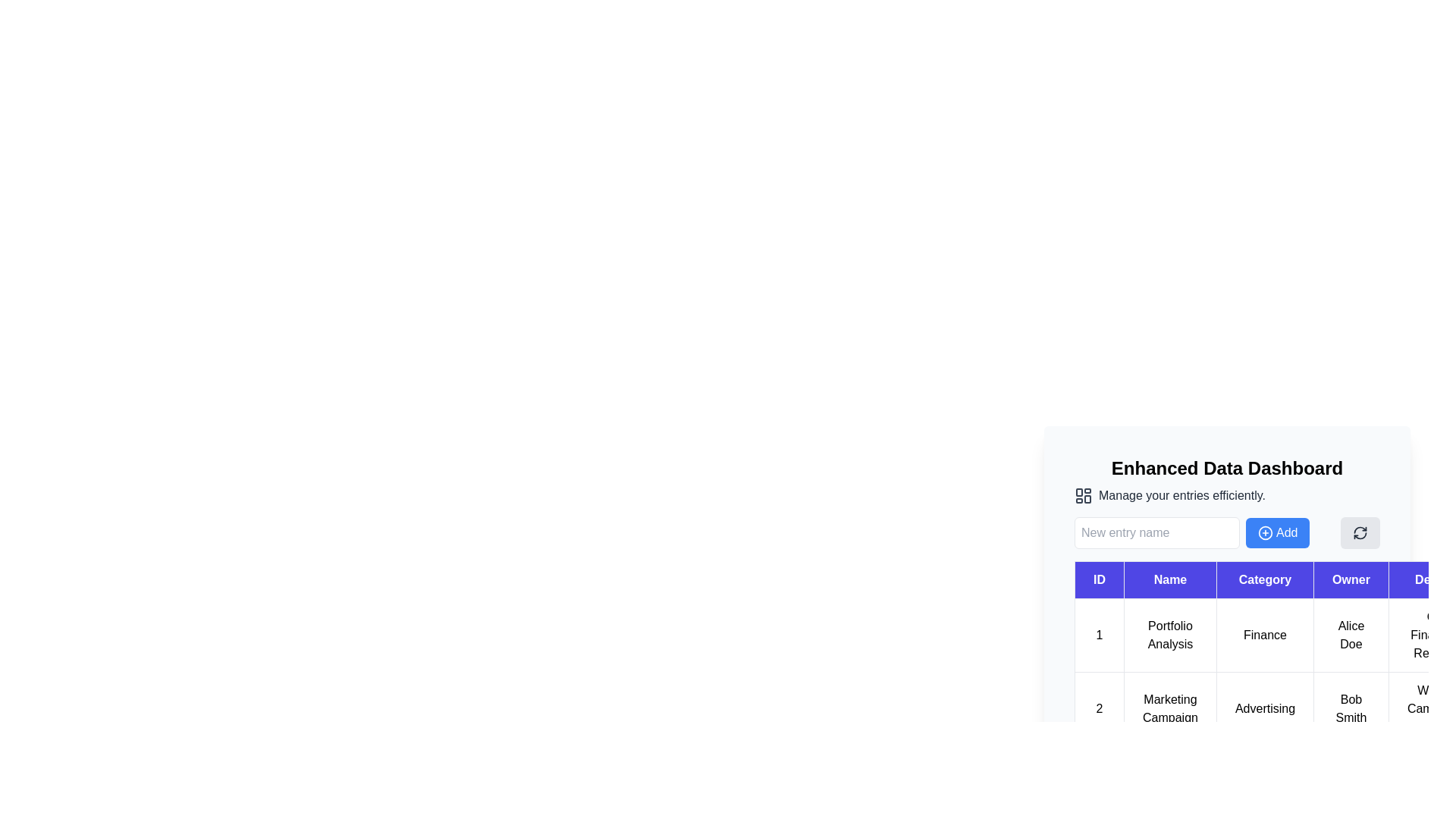  What do you see at coordinates (1265, 579) in the screenshot?
I see `the 'Category' table header cell, which is the third header in the row, positioned between the 'Name' and 'Owner' headers` at bounding box center [1265, 579].